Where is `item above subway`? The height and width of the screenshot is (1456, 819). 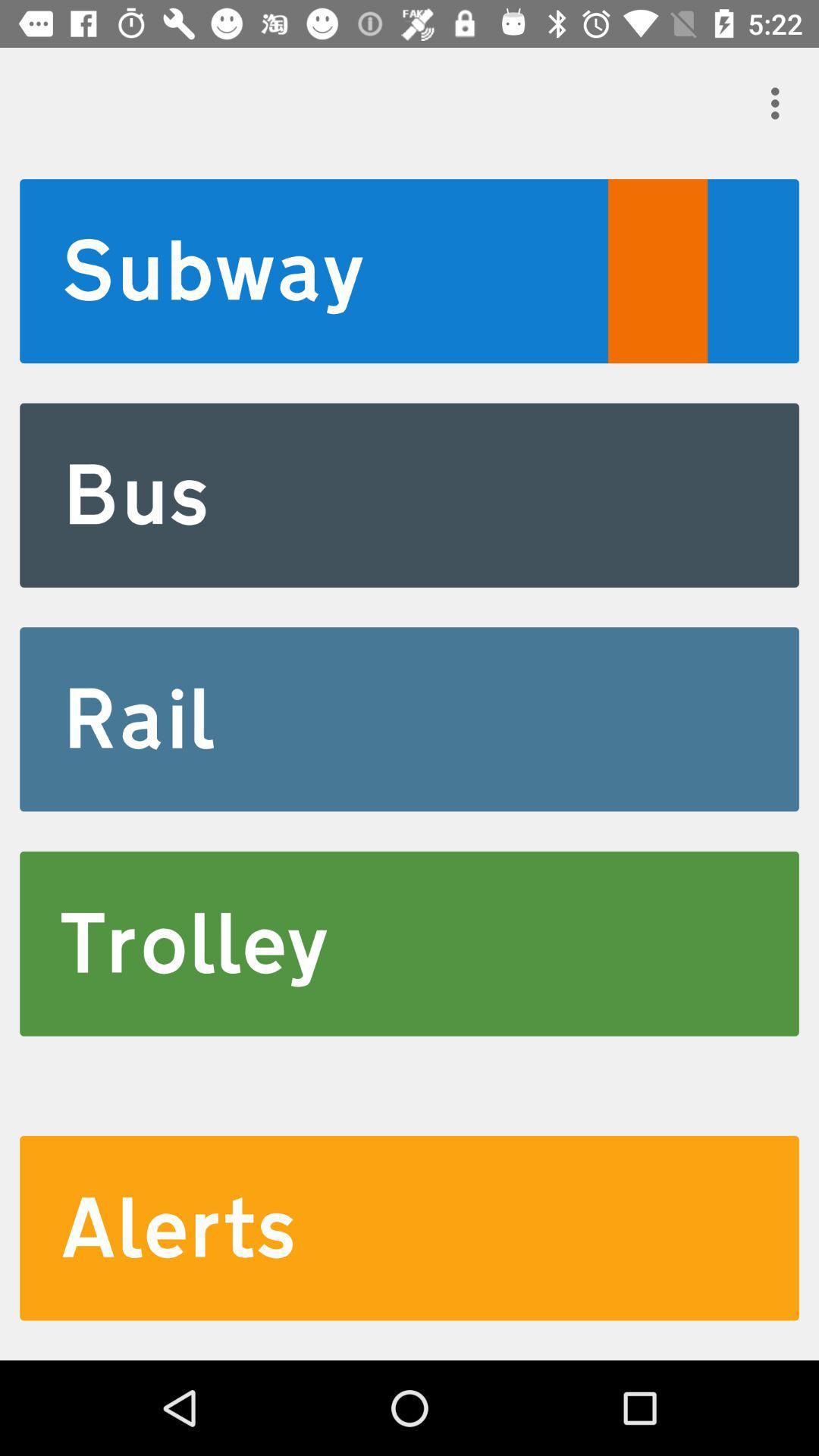 item above subway is located at coordinates (779, 102).